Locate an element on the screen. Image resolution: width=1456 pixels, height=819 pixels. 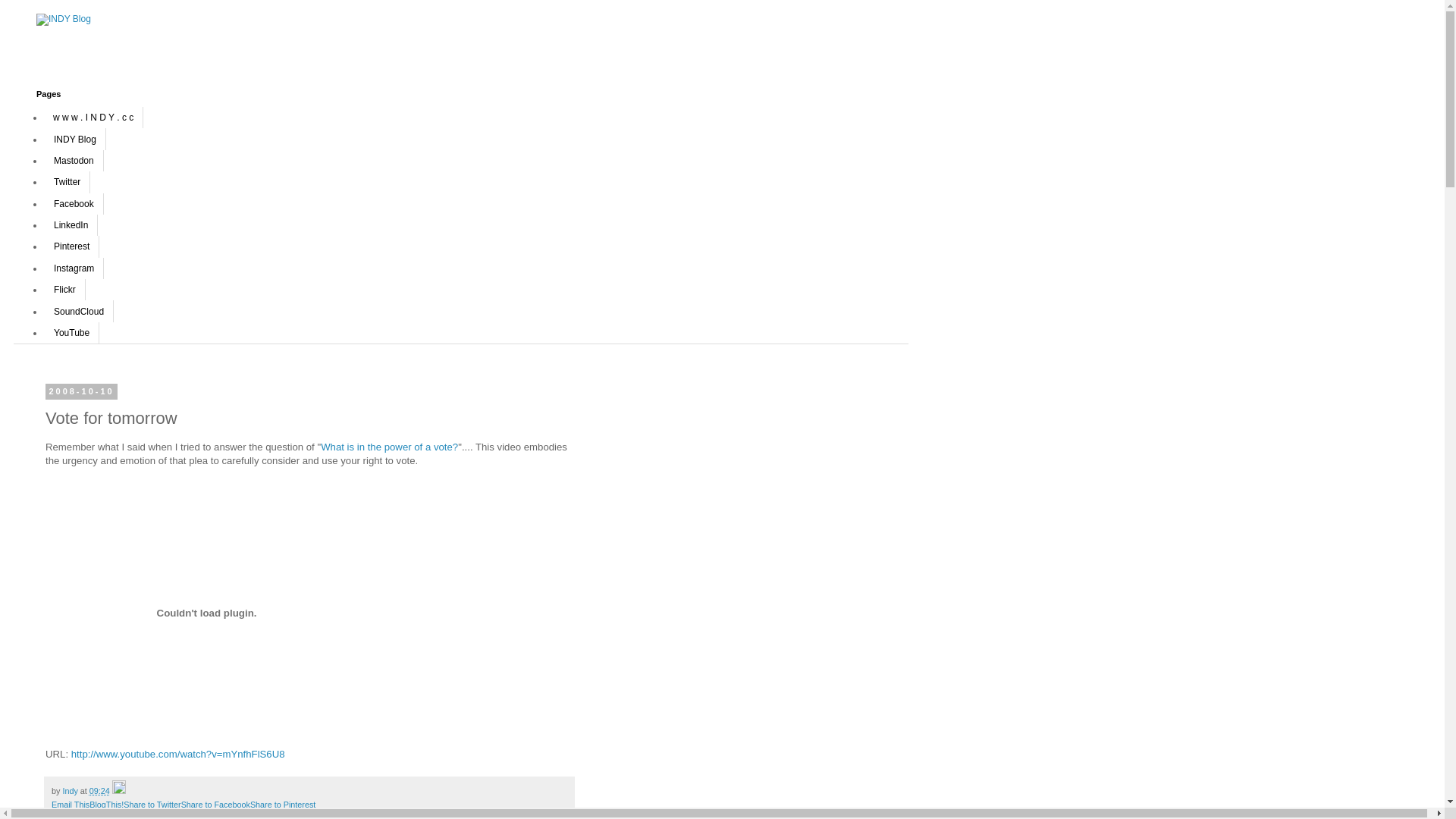
'LinkedIn' is located at coordinates (70, 225).